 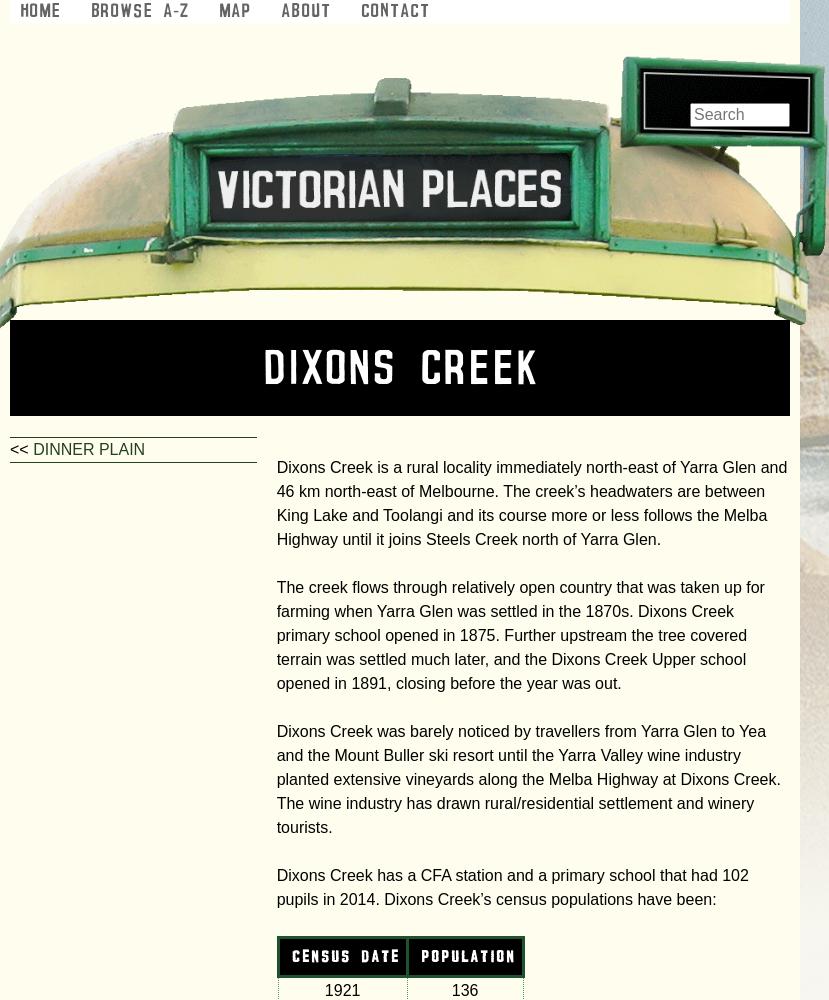 What do you see at coordinates (464, 989) in the screenshot?
I see `'136'` at bounding box center [464, 989].